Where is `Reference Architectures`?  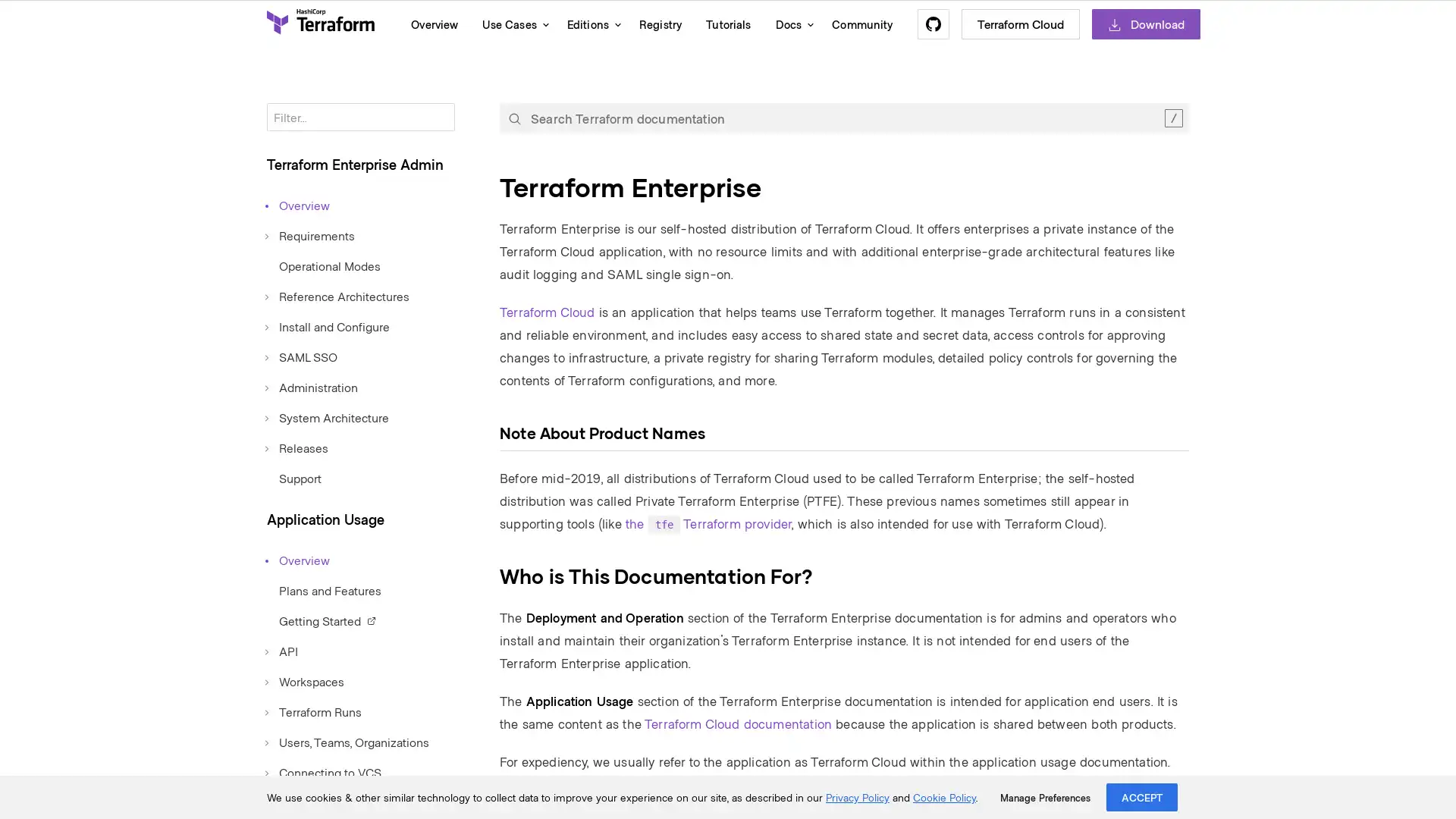
Reference Architectures is located at coordinates (337, 295).